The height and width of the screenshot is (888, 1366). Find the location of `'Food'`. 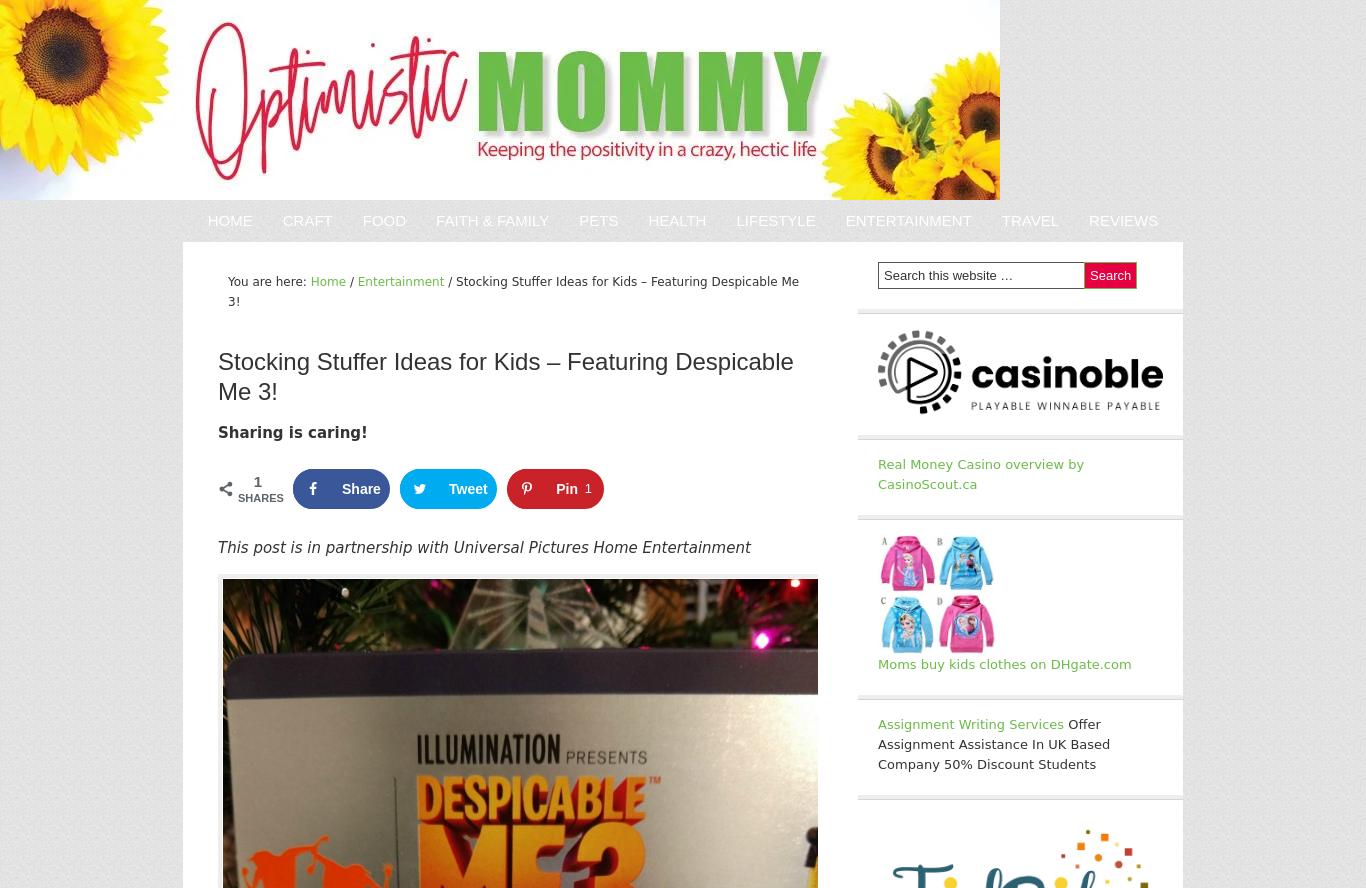

'Food' is located at coordinates (382, 219).